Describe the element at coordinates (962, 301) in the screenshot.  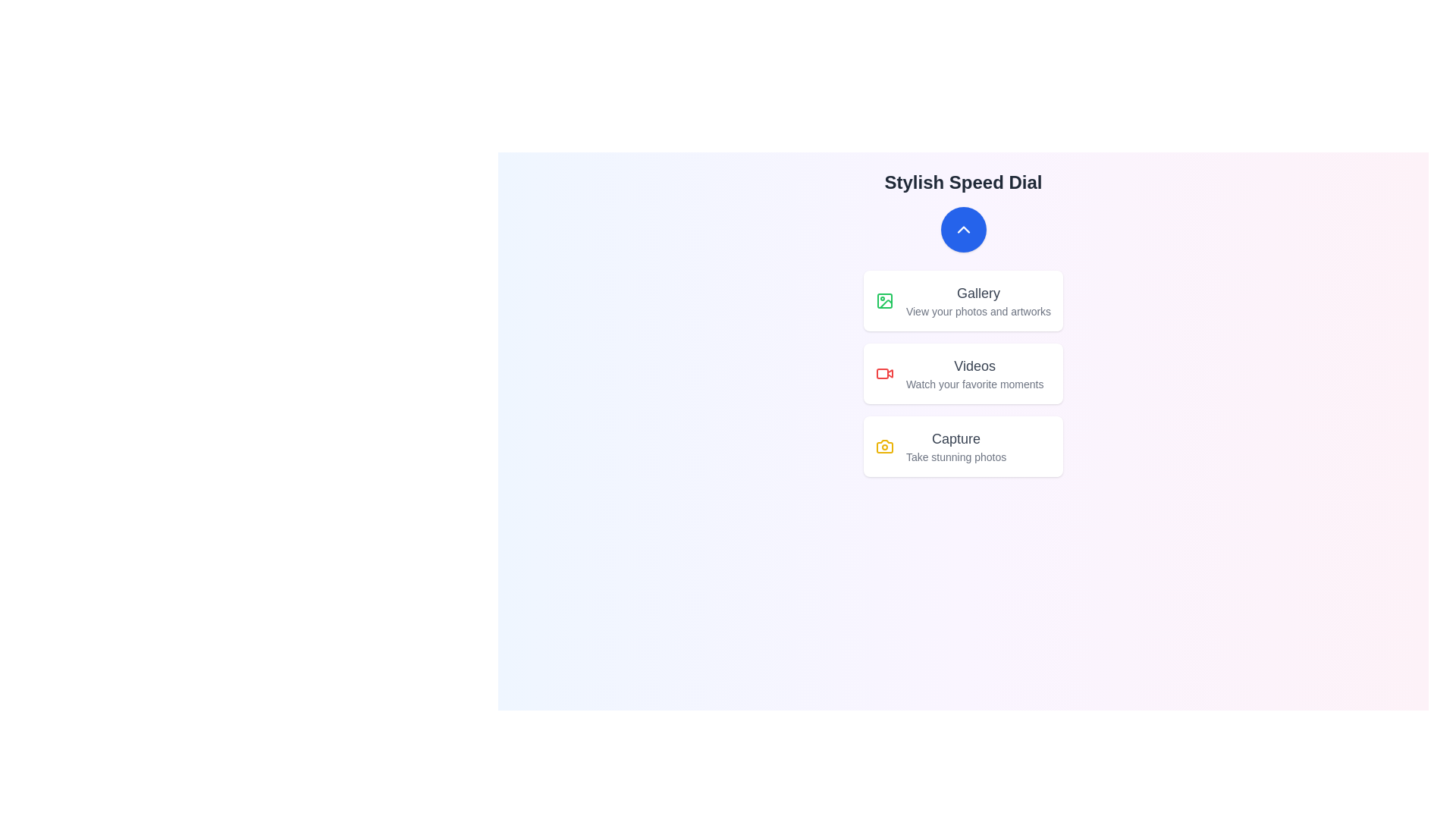
I see `the Gallery item from the StylishSpeedDial component` at that location.